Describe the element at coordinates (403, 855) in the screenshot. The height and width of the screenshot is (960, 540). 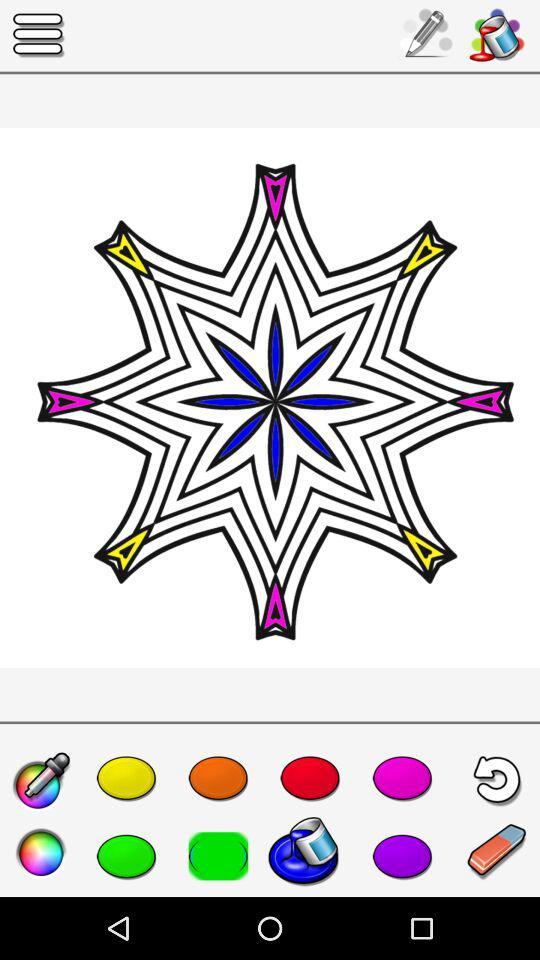
I see `the color which is to the immediate right of blue color in the second row` at that location.